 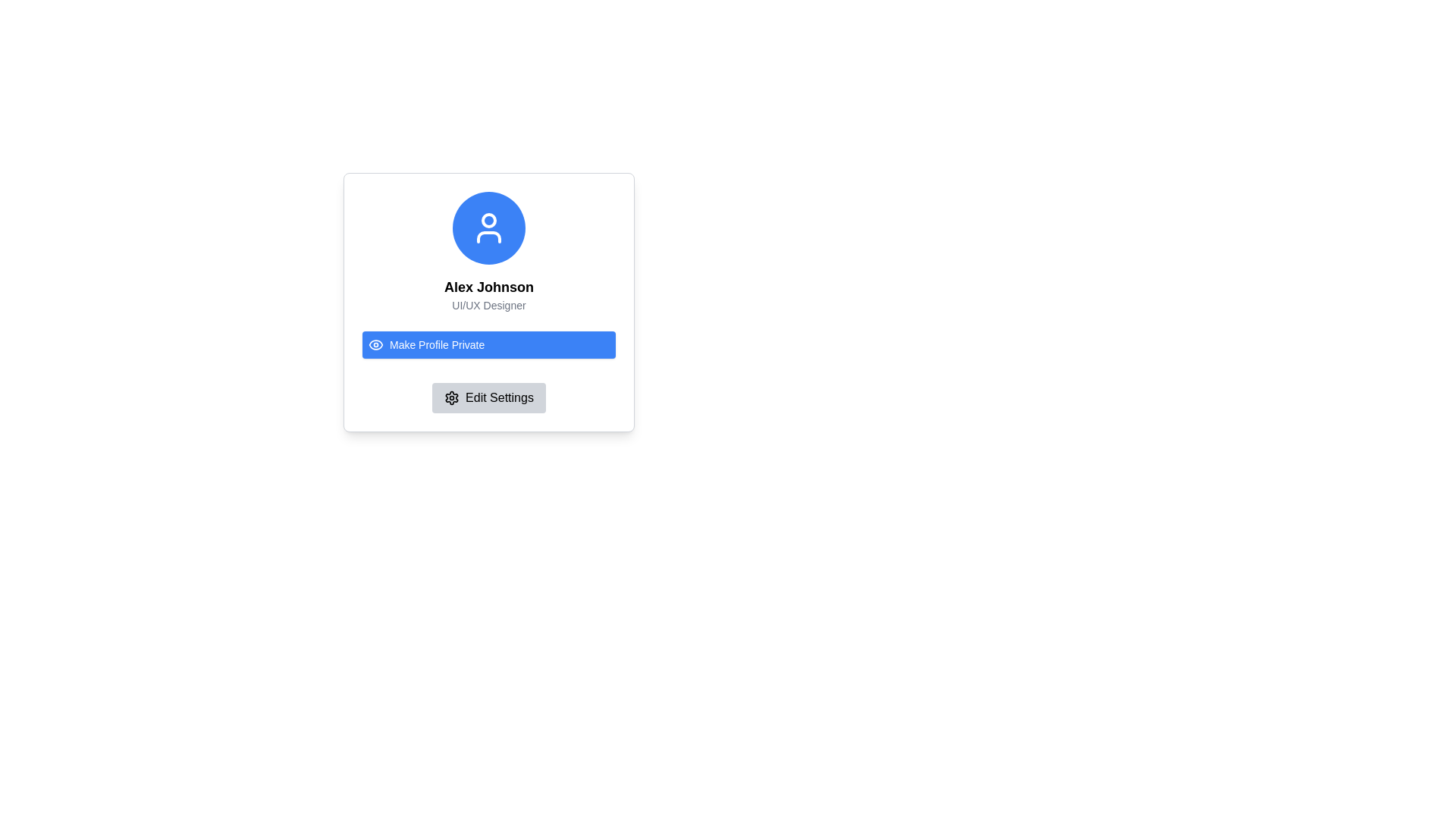 I want to click on the Profile Icon, which visually represents the user's account, located above the text 'Alex Johnson' and 'UI/UX Designer', so click(x=488, y=227).